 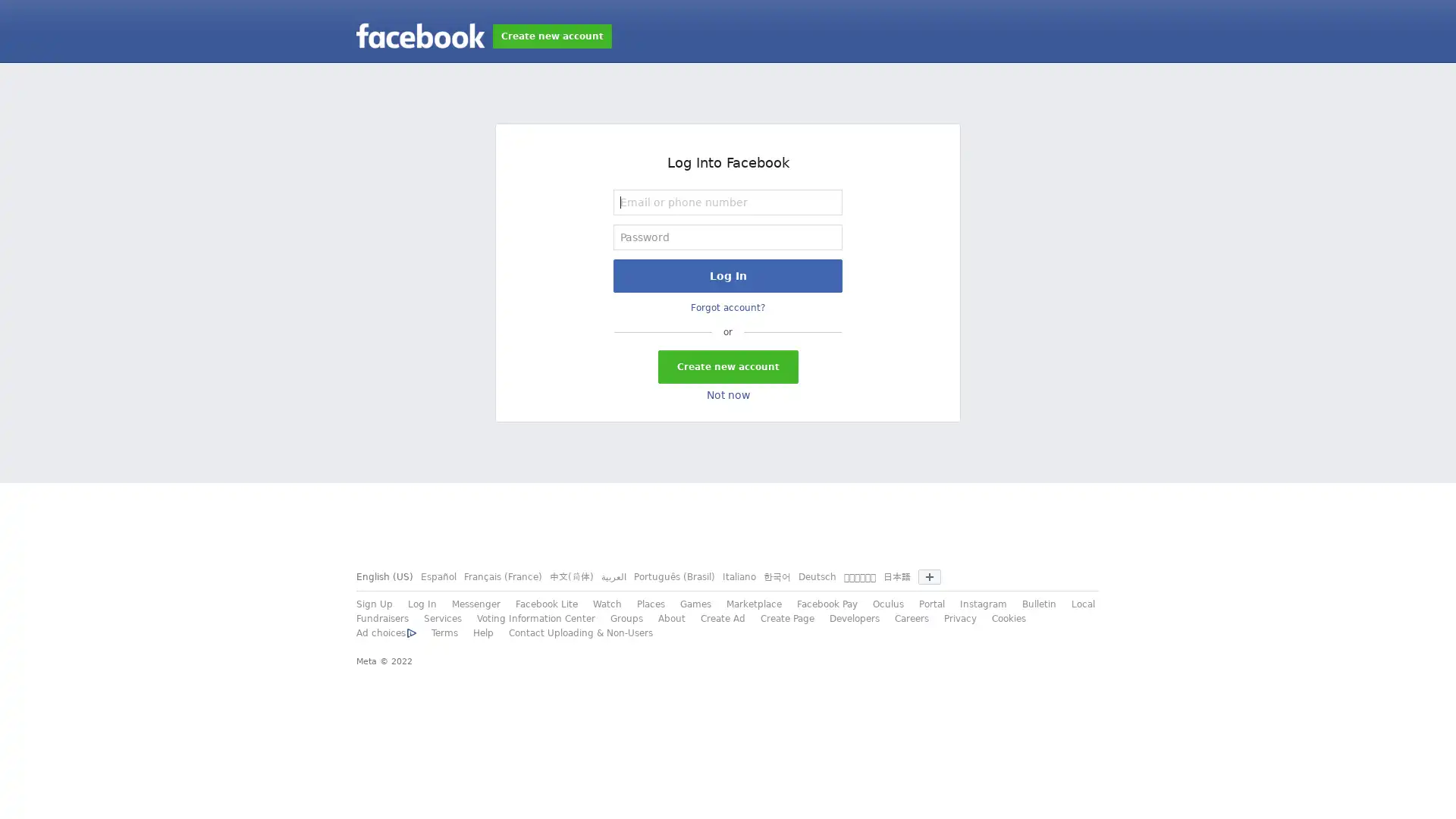 I want to click on Log In, so click(x=728, y=275).